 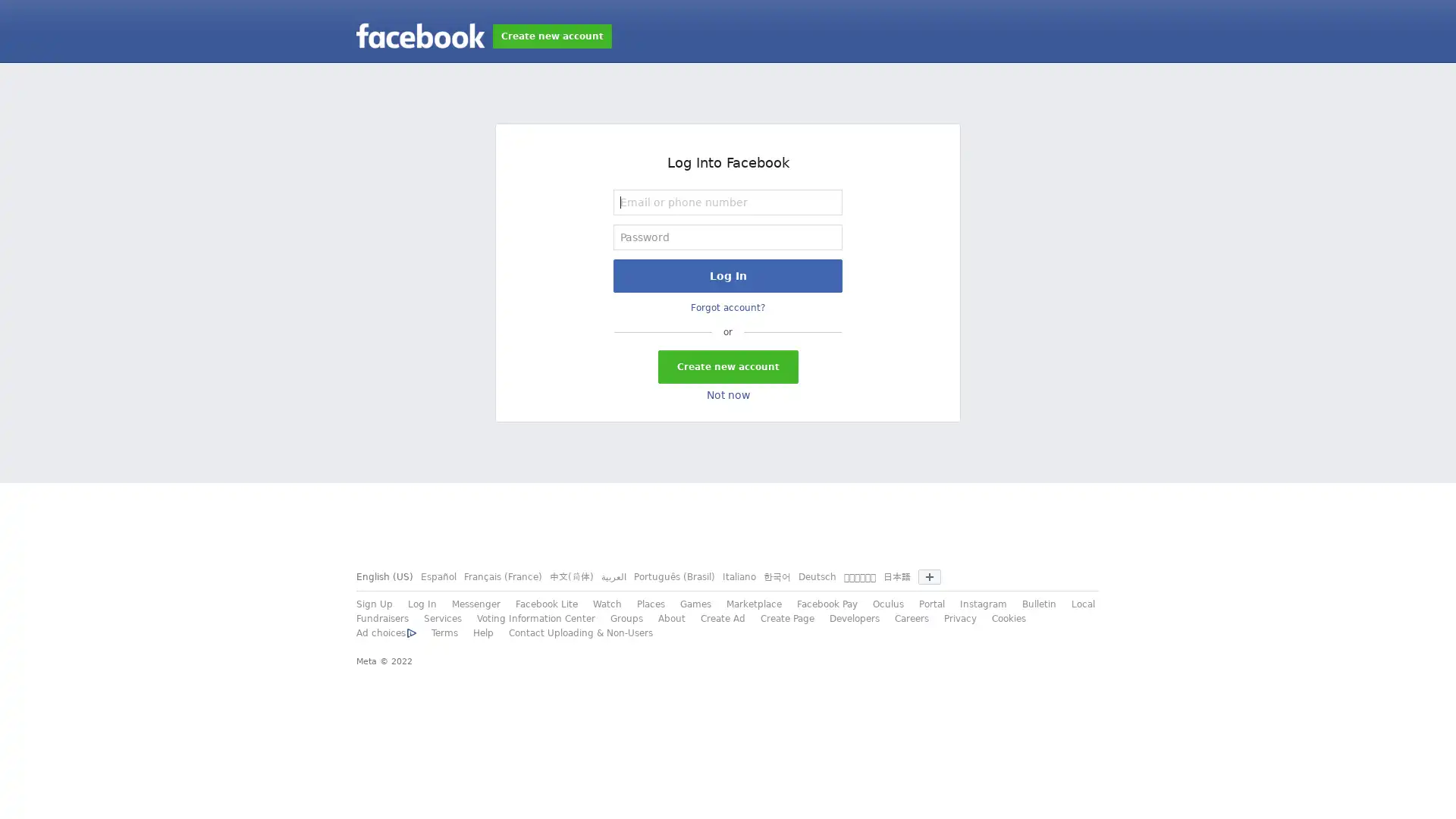 I want to click on Log In, so click(x=728, y=275).